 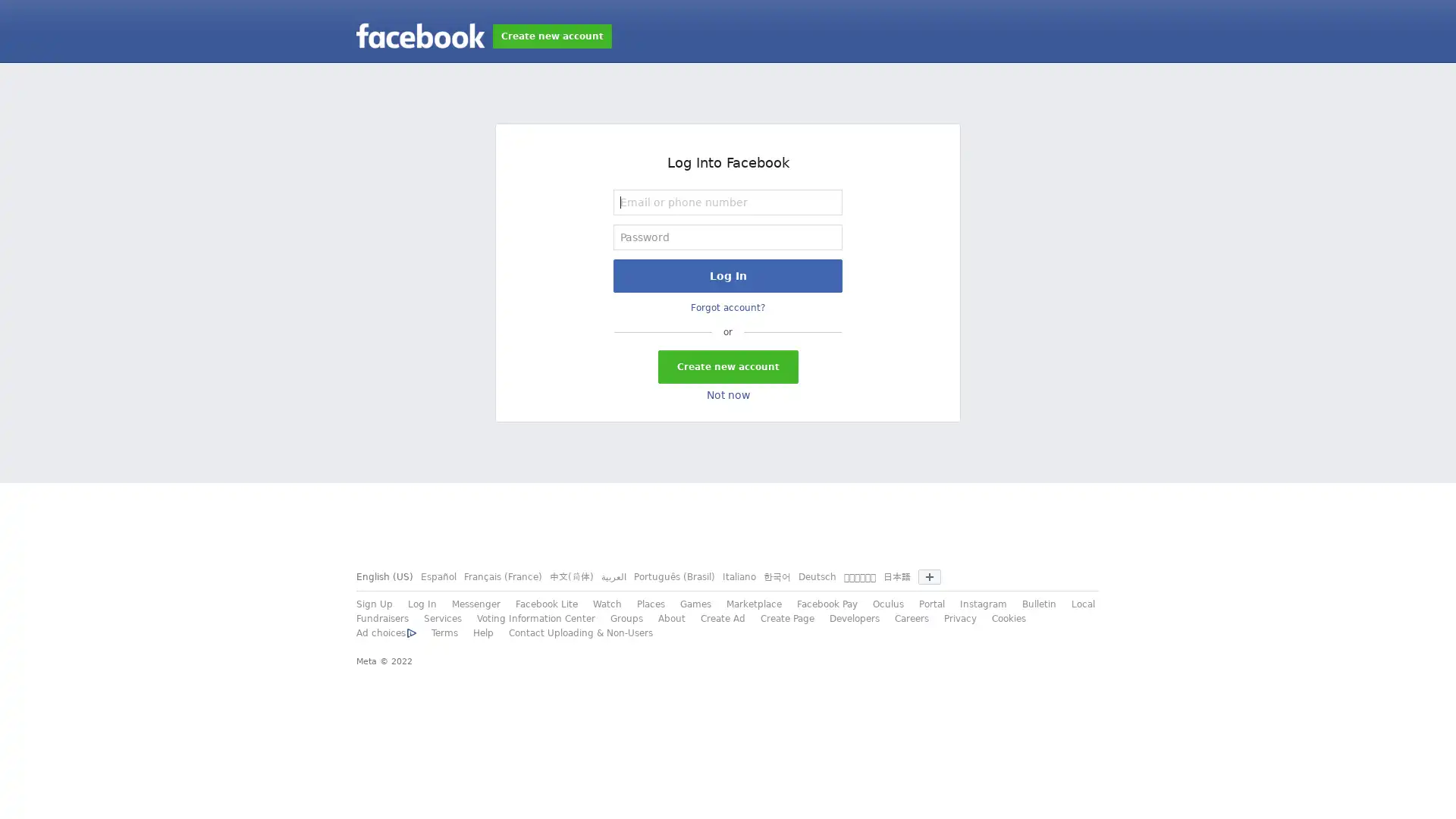 I want to click on Log In, so click(x=728, y=275).